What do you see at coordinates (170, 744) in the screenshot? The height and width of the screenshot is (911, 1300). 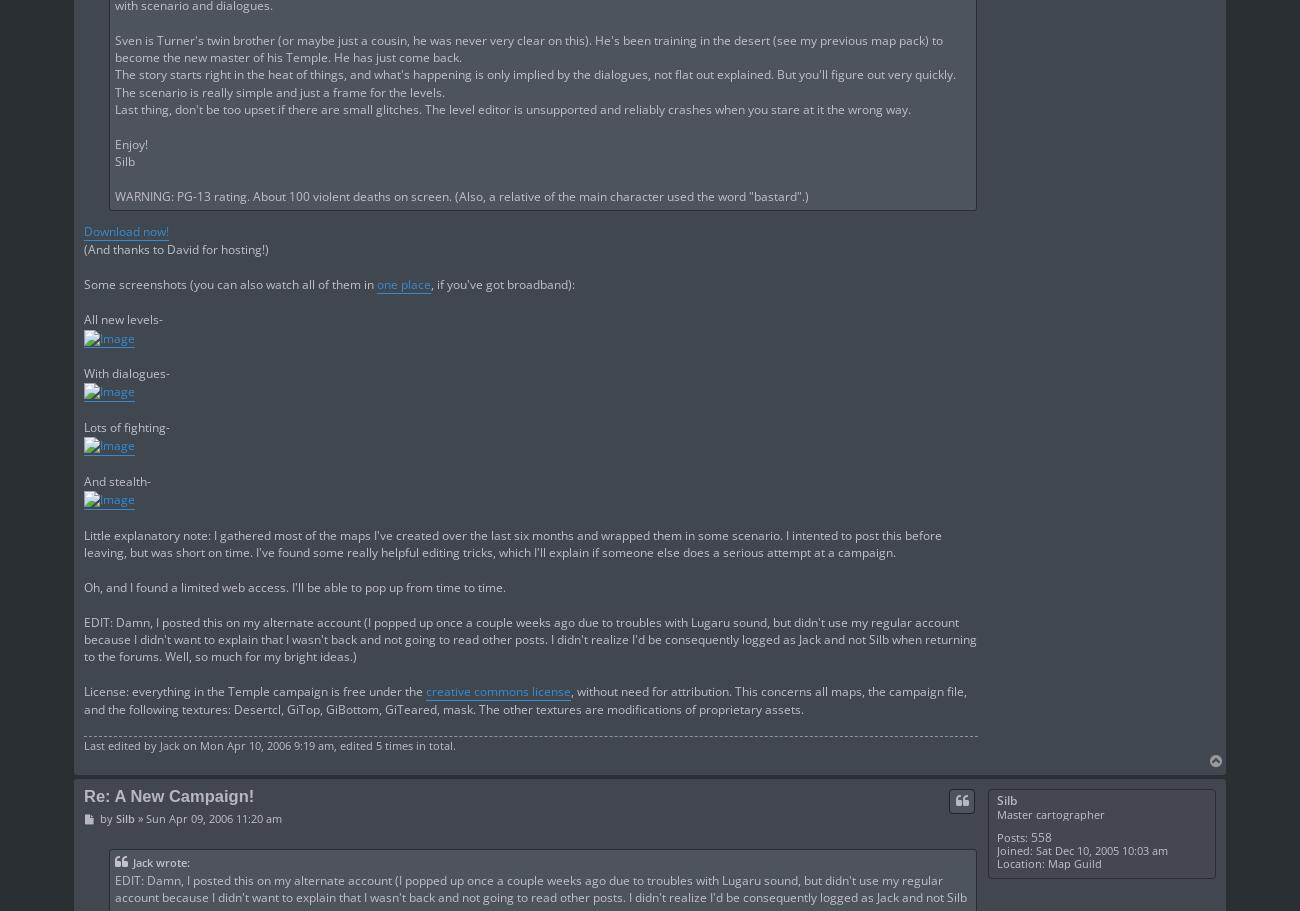 I see `'Jack'` at bounding box center [170, 744].